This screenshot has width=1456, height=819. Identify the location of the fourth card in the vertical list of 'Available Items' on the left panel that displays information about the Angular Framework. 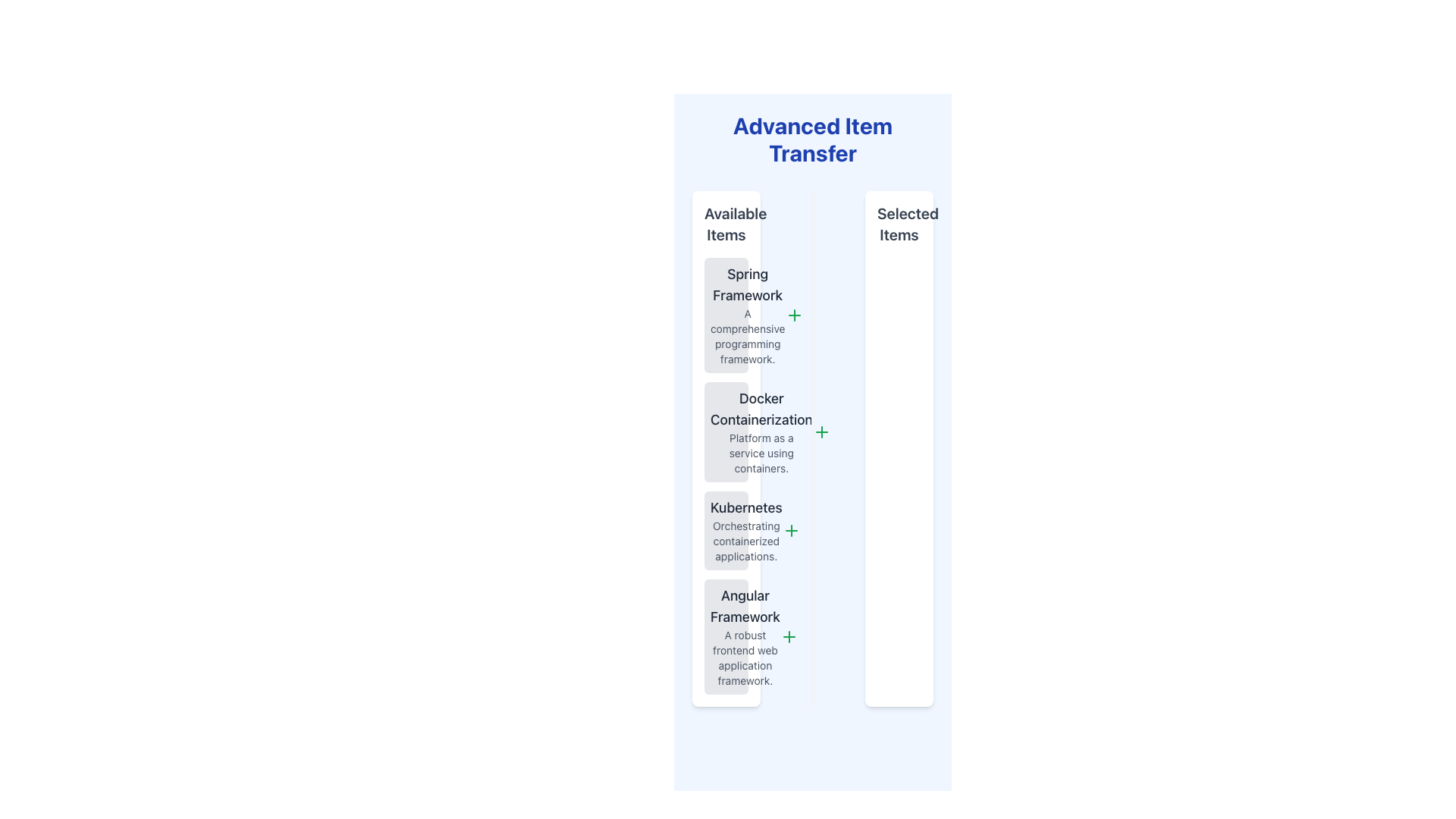
(745, 637).